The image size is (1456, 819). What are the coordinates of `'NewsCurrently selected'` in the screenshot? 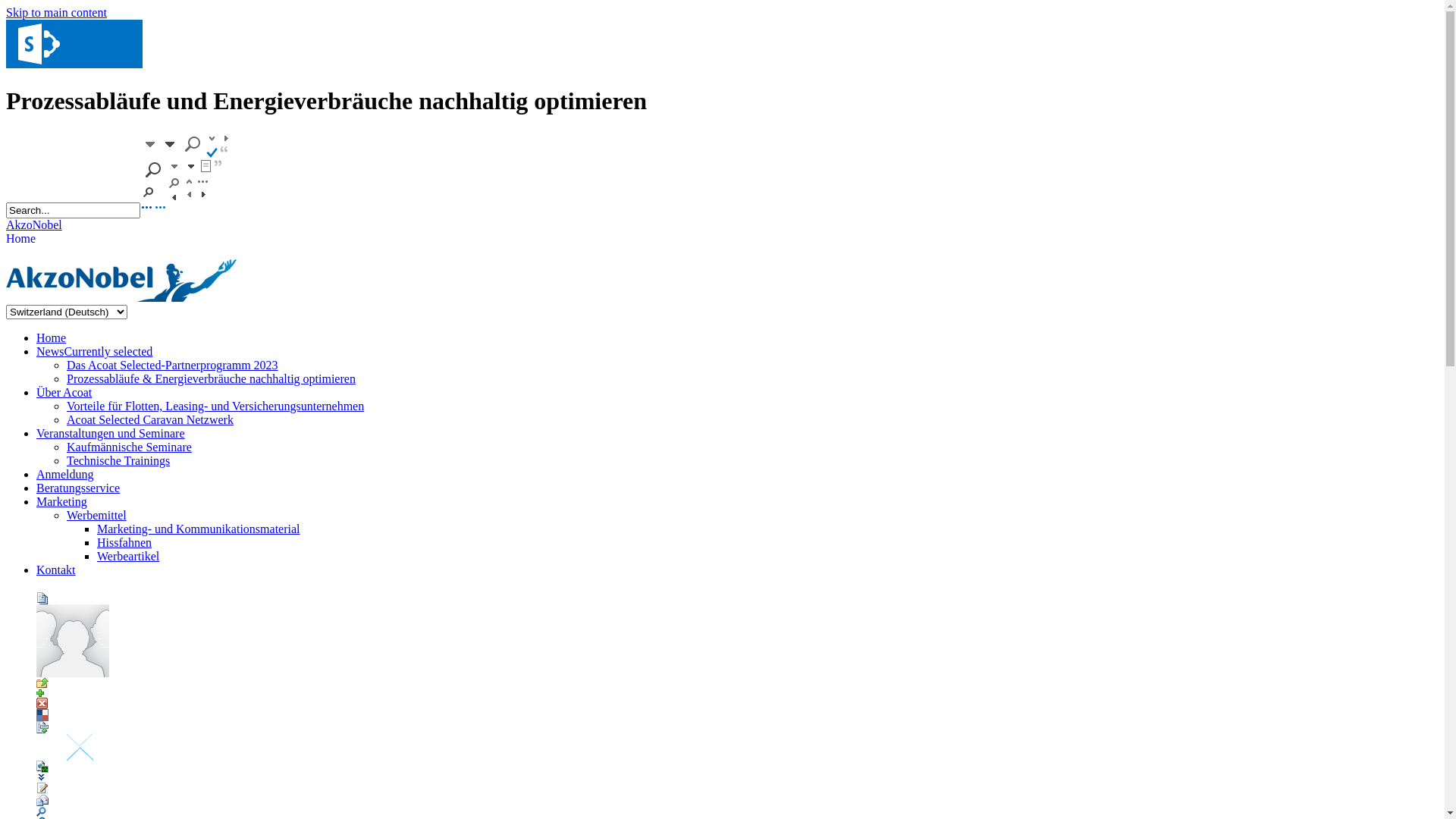 It's located at (93, 351).